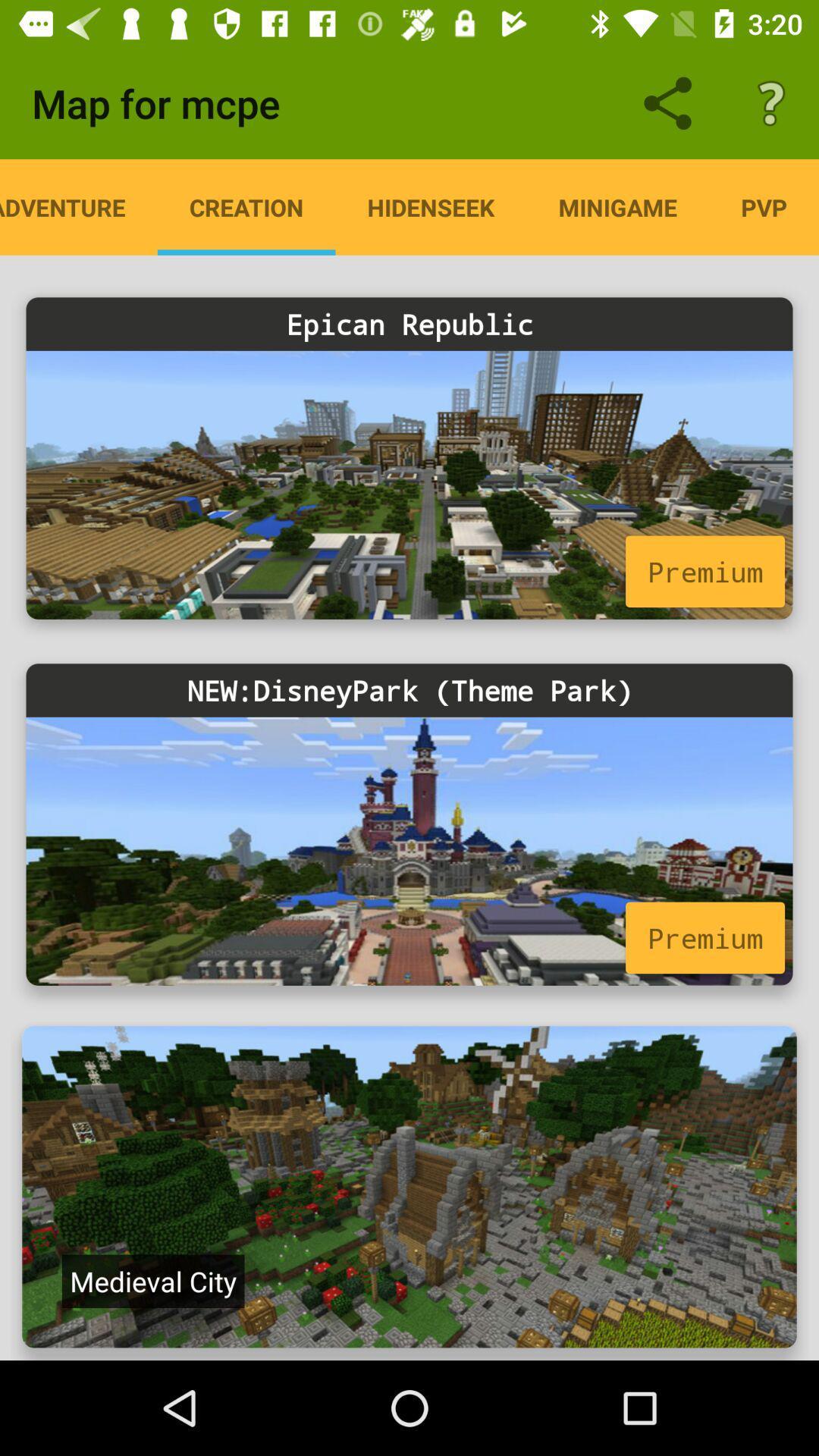 This screenshot has height=1456, width=819. Describe the element at coordinates (409, 484) in the screenshot. I see `map for epican republic` at that location.